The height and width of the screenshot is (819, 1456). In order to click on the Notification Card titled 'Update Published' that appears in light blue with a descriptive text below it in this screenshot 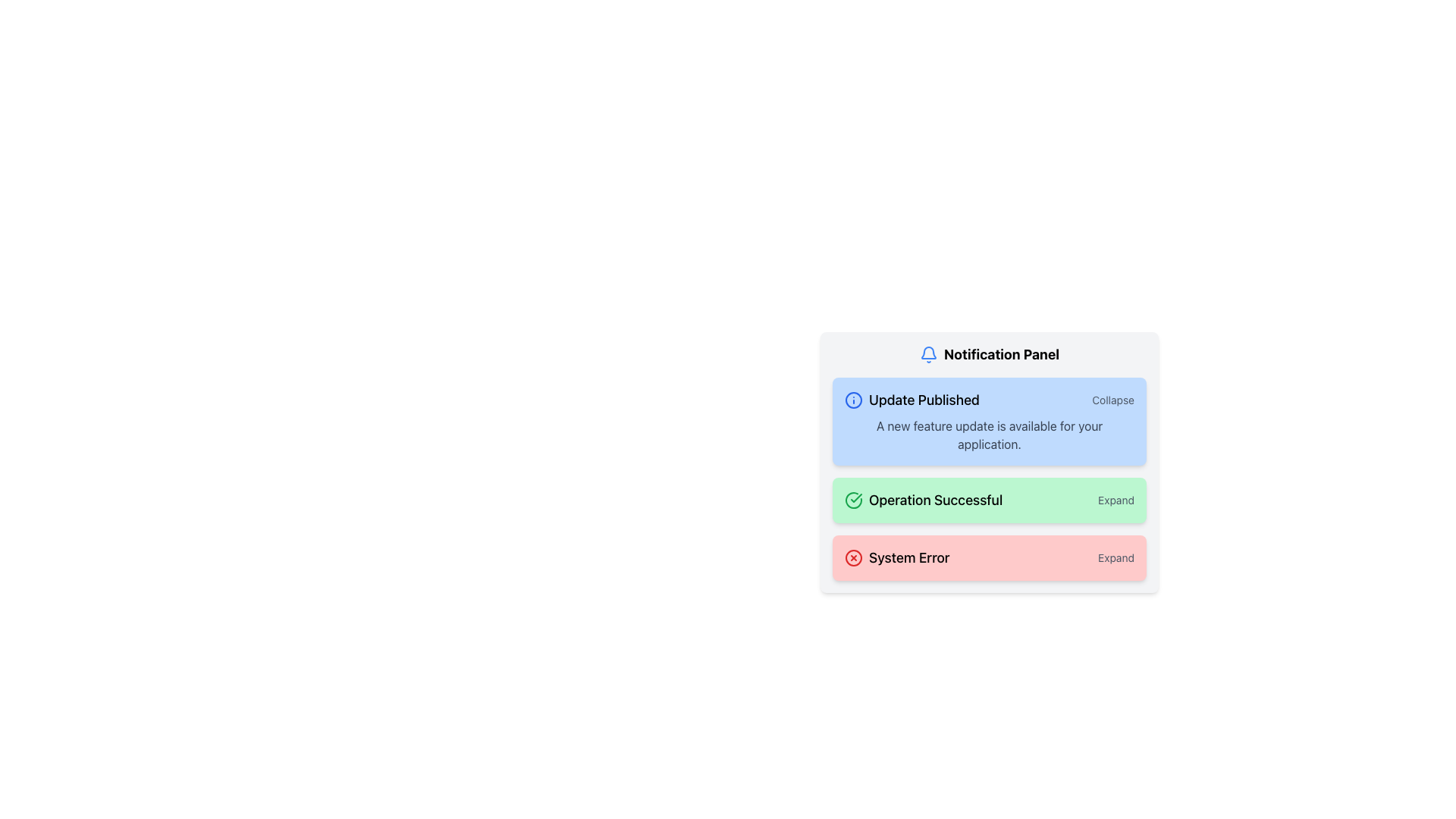, I will do `click(990, 421)`.